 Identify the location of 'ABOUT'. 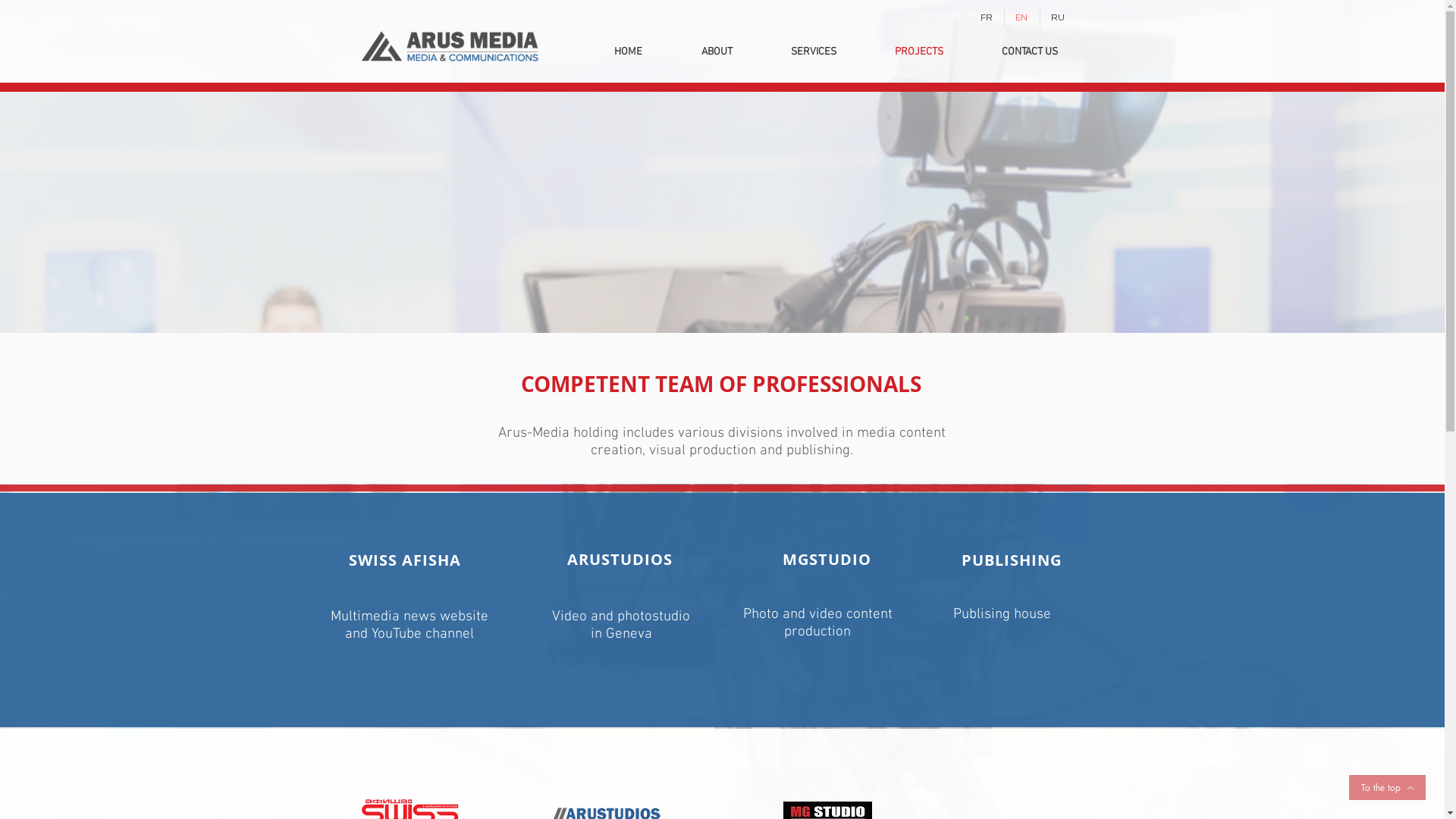
(716, 51).